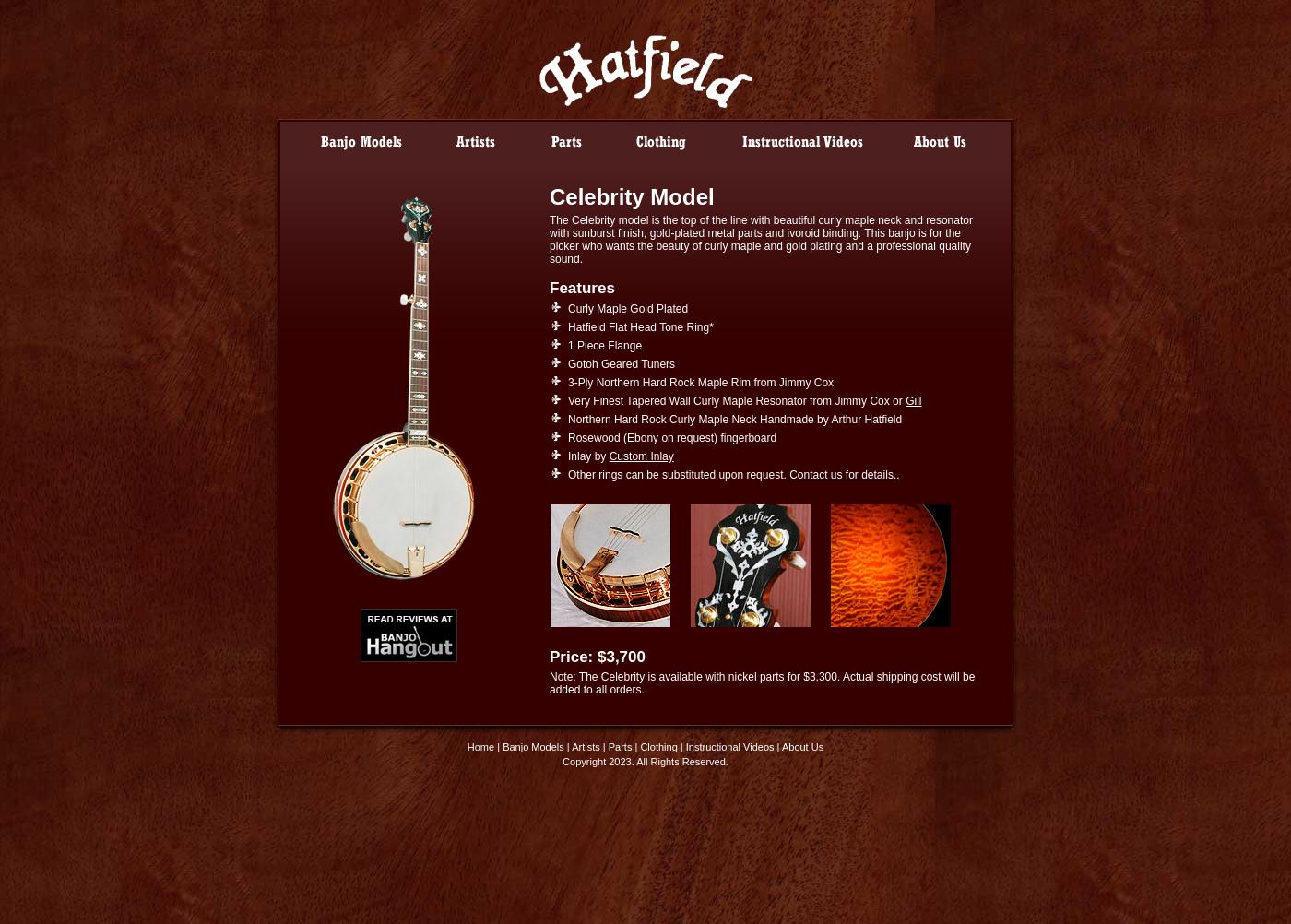  Describe the element at coordinates (586, 746) in the screenshot. I see `'Artists'` at that location.